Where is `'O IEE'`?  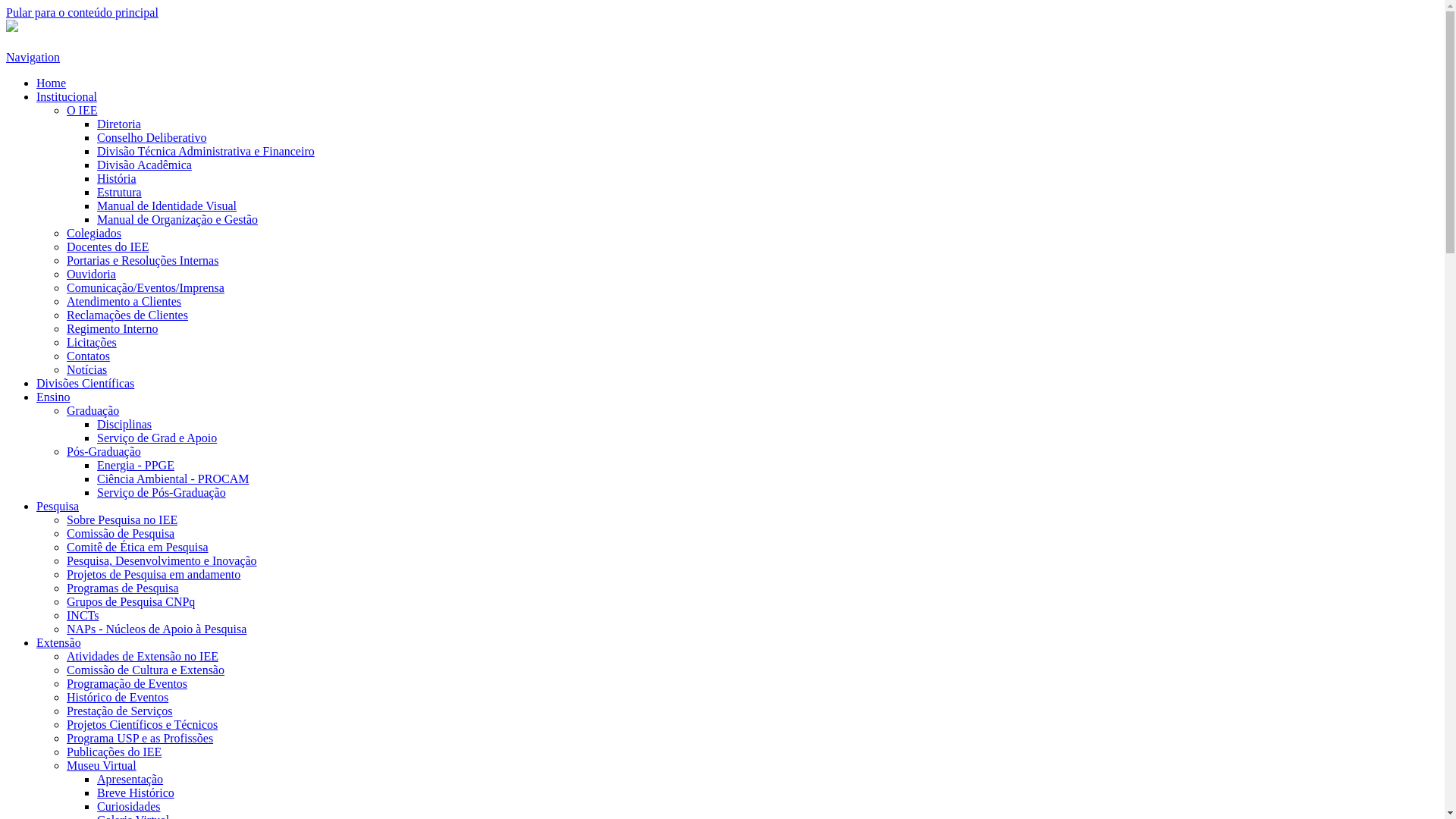
'O IEE' is located at coordinates (80, 109).